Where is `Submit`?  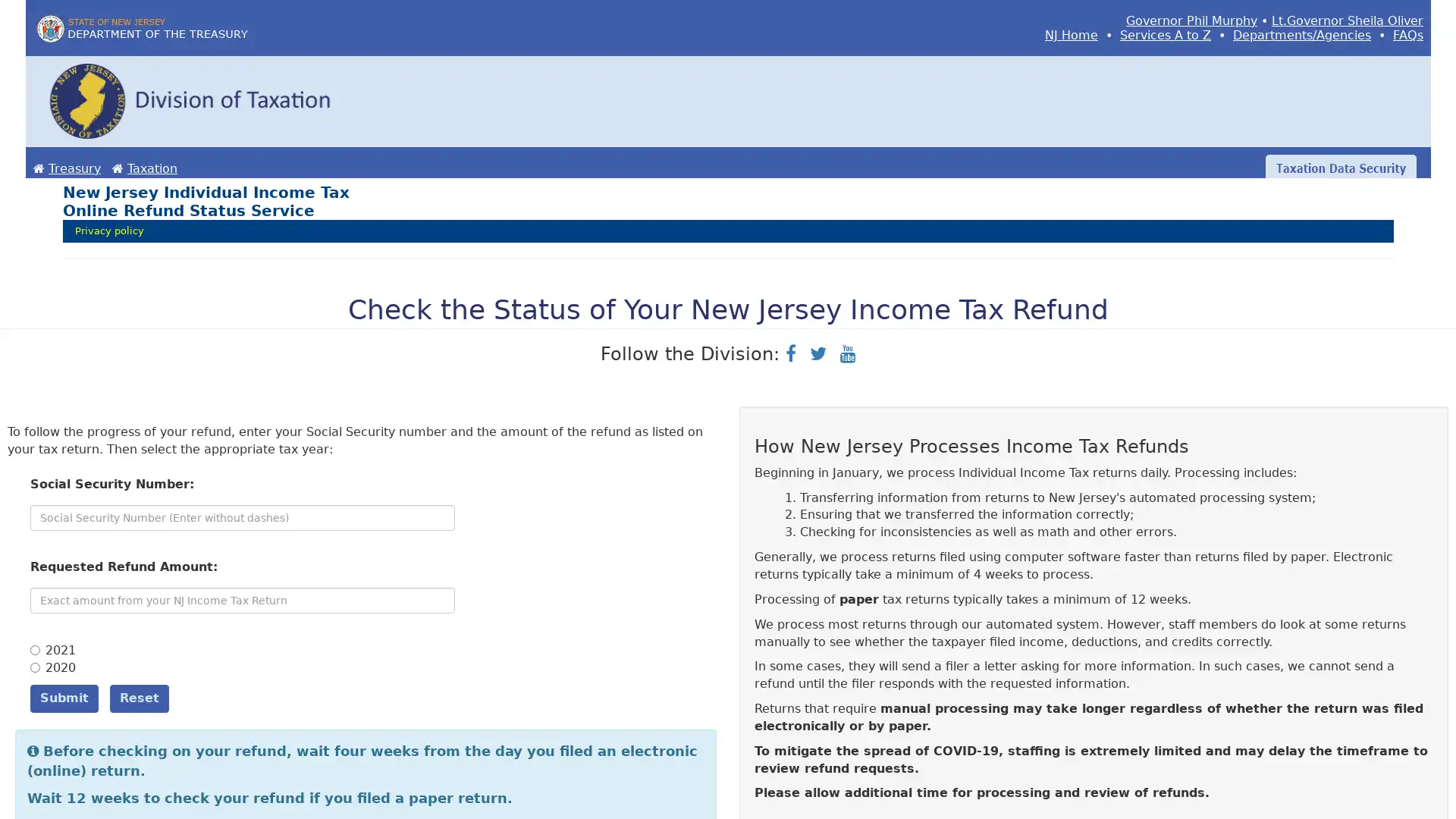
Submit is located at coordinates (64, 698).